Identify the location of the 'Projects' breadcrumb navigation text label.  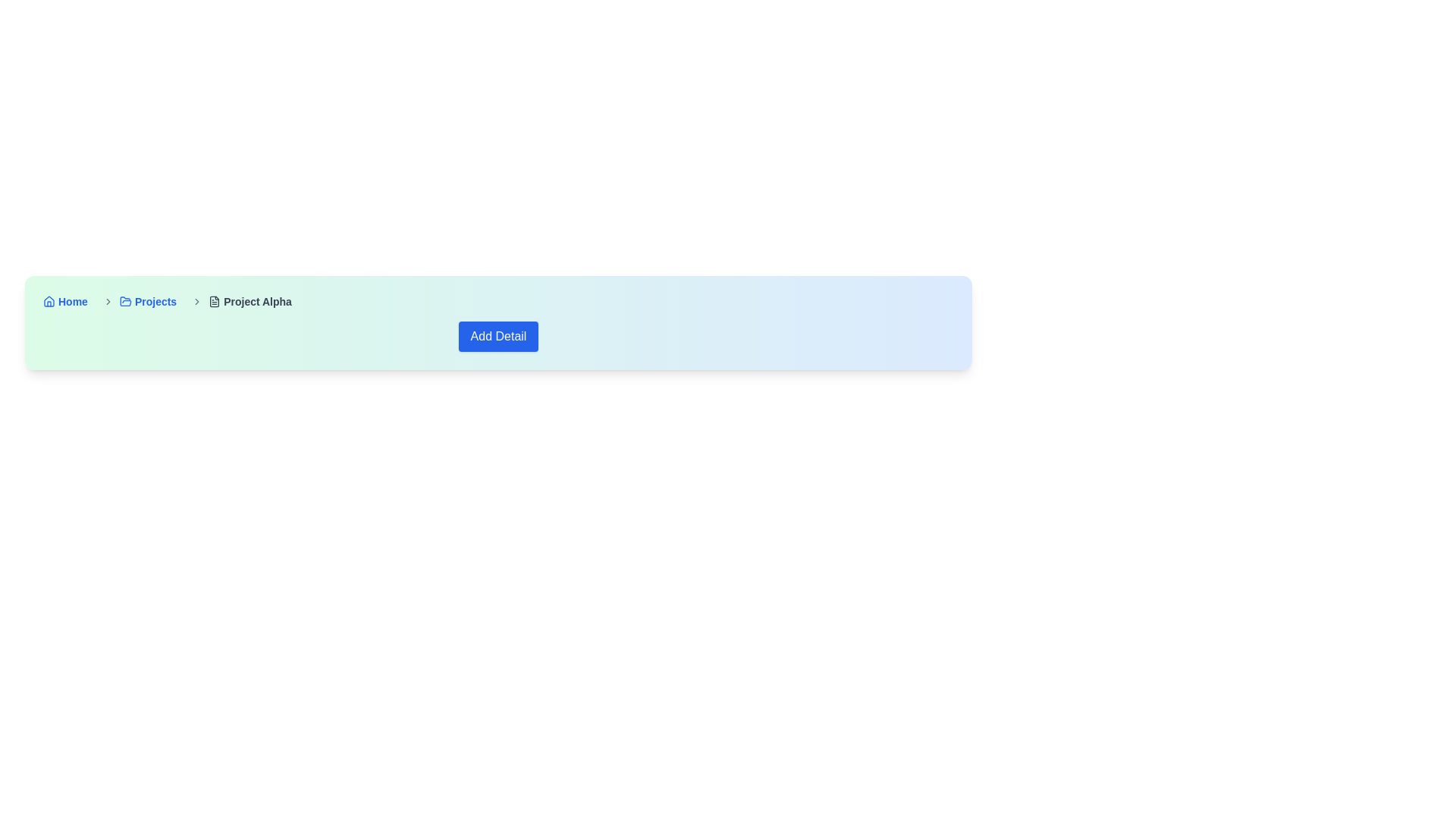
(155, 301).